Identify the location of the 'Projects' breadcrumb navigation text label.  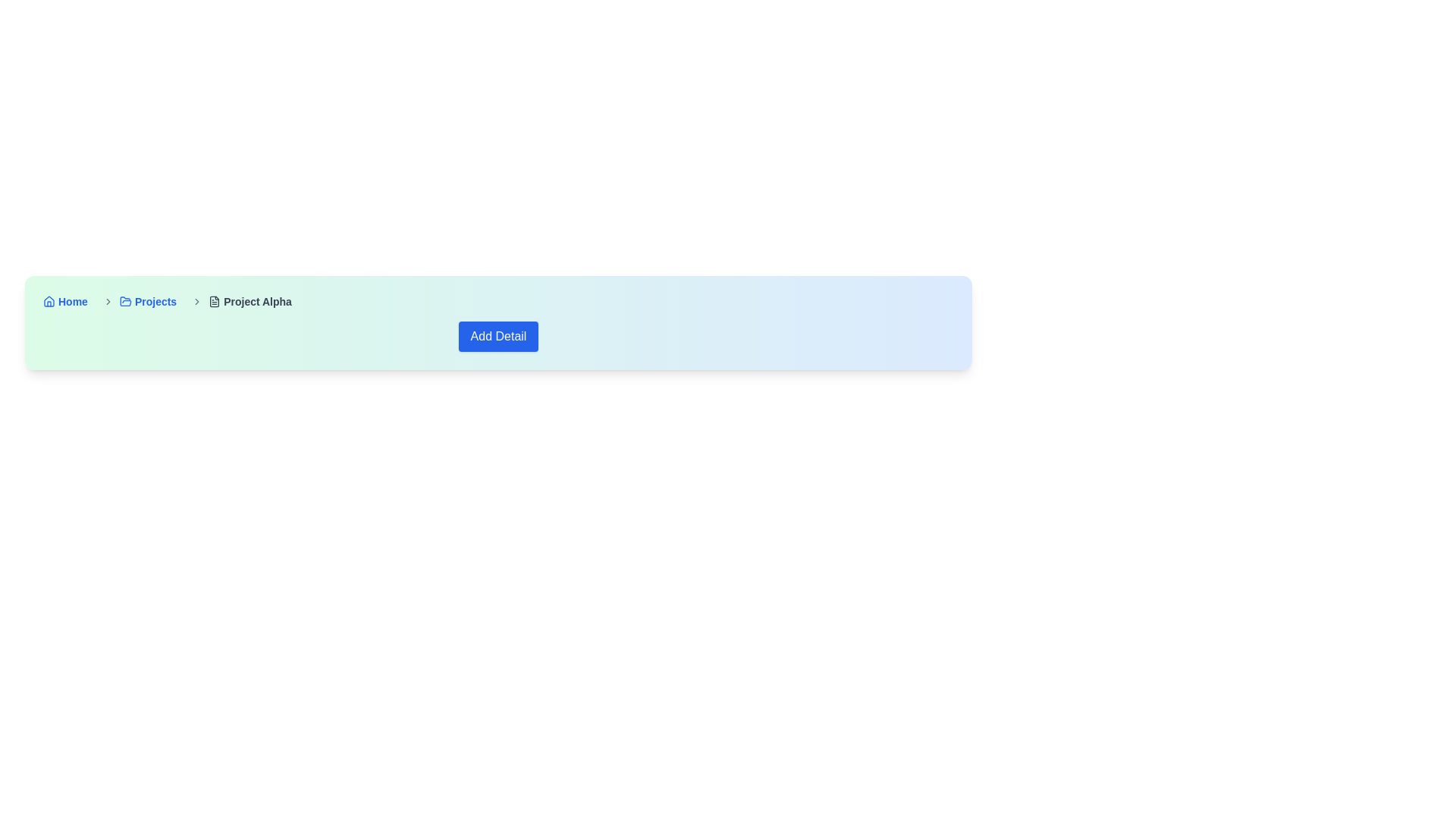
(155, 301).